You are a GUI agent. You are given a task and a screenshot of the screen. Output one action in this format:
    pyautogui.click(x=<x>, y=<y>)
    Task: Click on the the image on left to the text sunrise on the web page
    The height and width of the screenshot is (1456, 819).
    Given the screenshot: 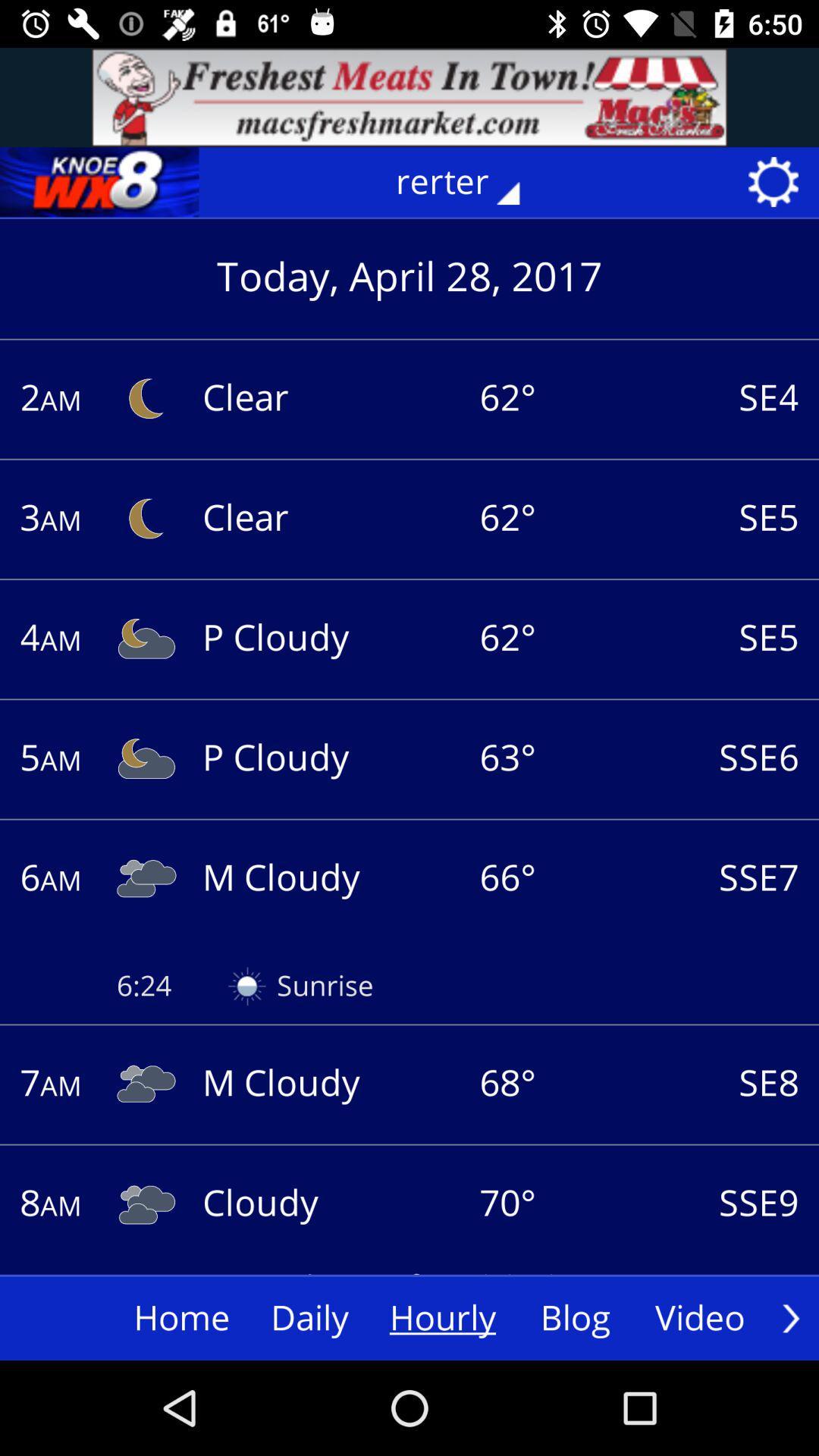 What is the action you would take?
    pyautogui.click(x=246, y=986)
    